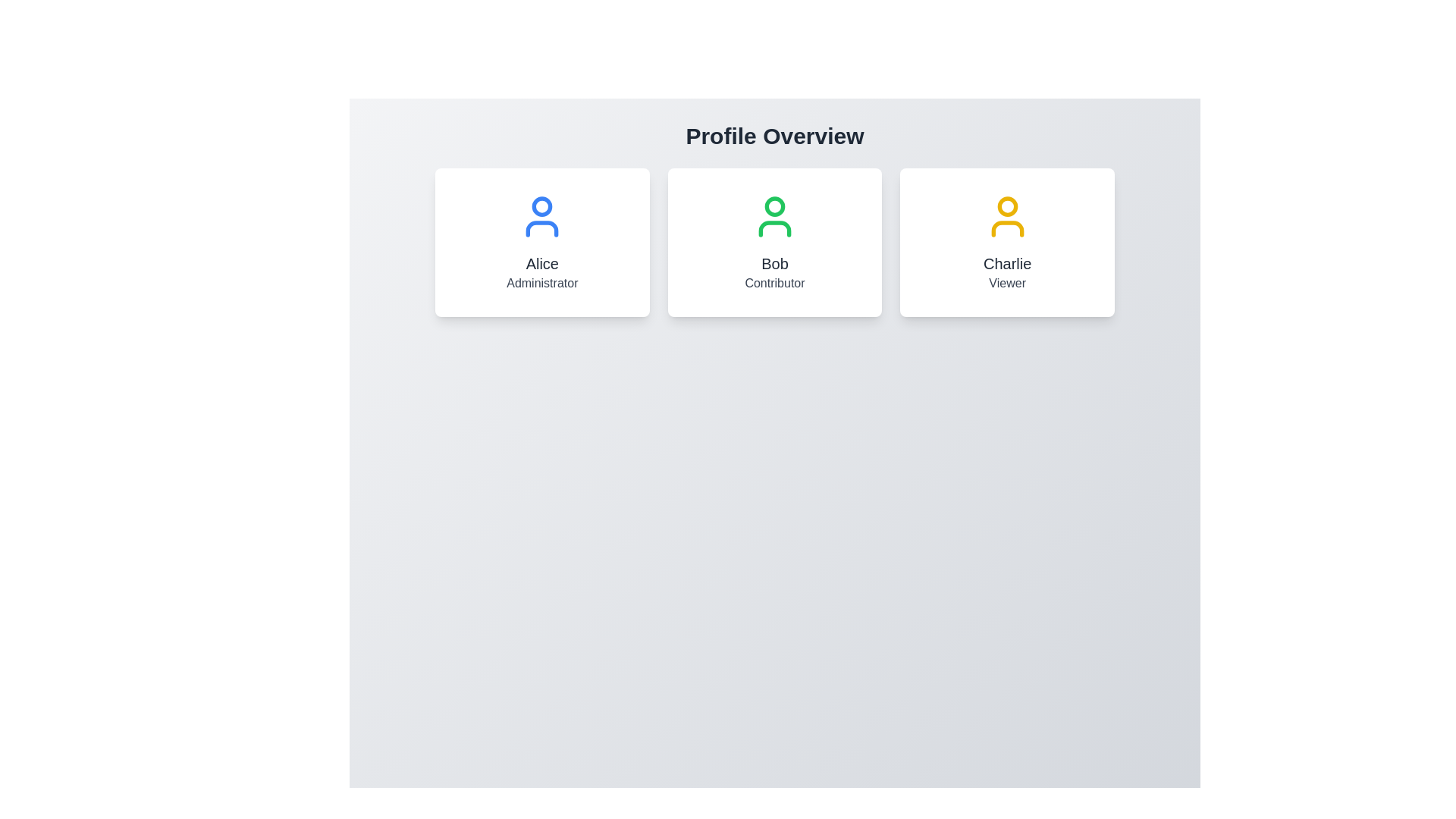 This screenshot has height=819, width=1456. I want to click on the circular graphic element with a green outline and white fill, located within the user icon representing 'Bob Contributor', so click(775, 206).